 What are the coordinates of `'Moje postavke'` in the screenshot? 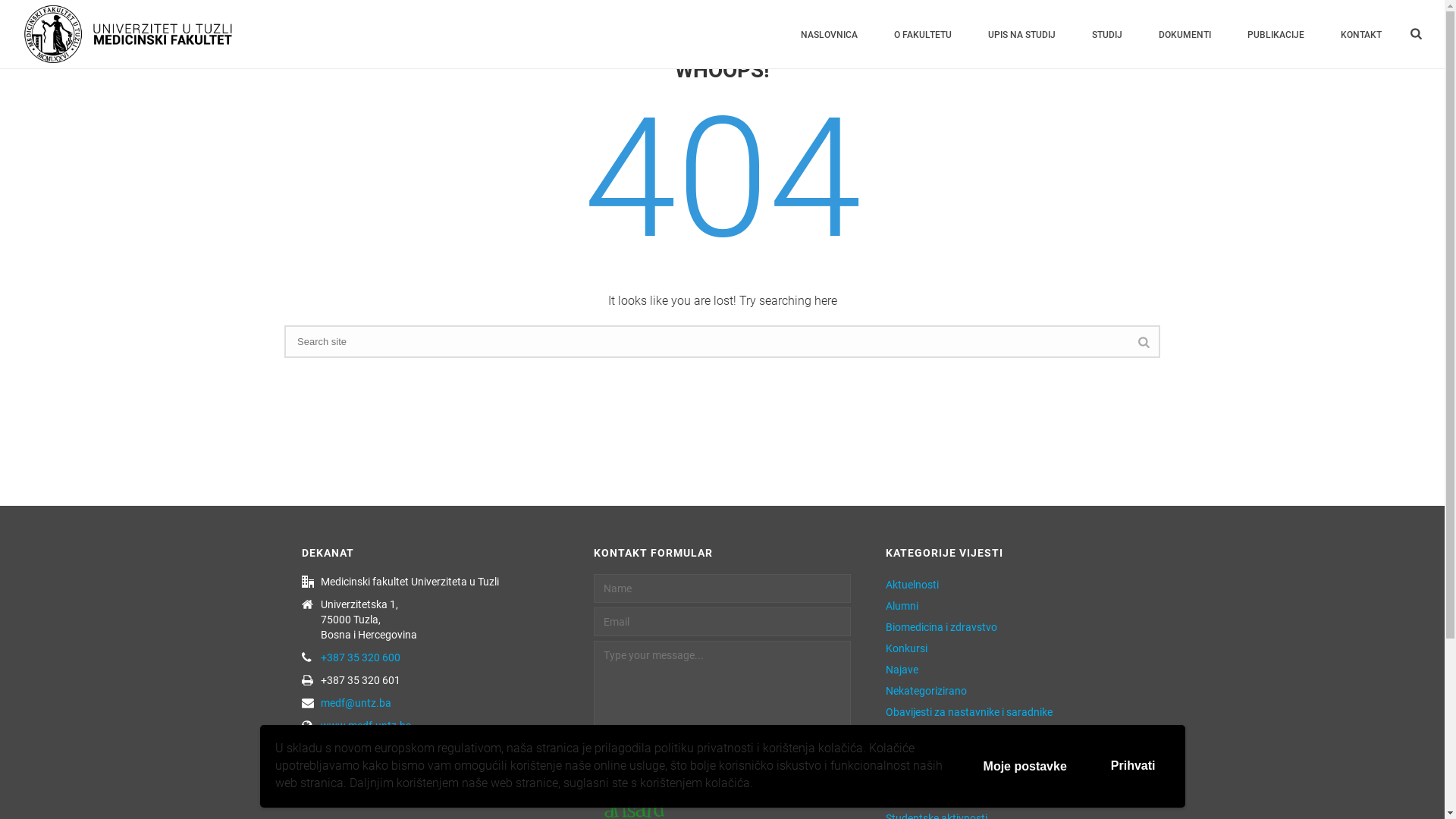 It's located at (1025, 766).